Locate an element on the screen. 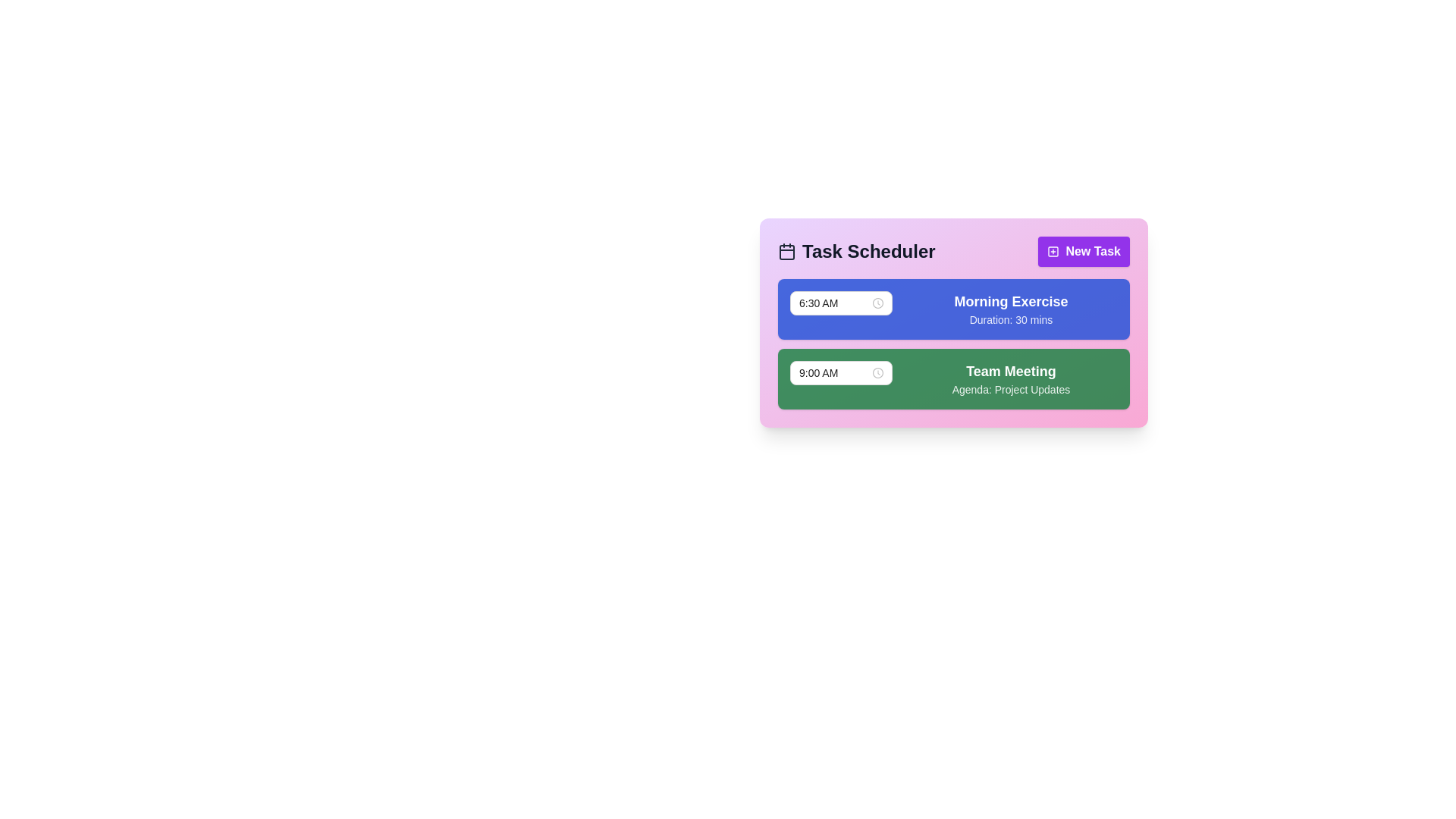 The width and height of the screenshot is (1456, 819). the button located in the upper-right corner of the 'Task Scheduler' card interface to observe a color change is located at coordinates (1083, 250).